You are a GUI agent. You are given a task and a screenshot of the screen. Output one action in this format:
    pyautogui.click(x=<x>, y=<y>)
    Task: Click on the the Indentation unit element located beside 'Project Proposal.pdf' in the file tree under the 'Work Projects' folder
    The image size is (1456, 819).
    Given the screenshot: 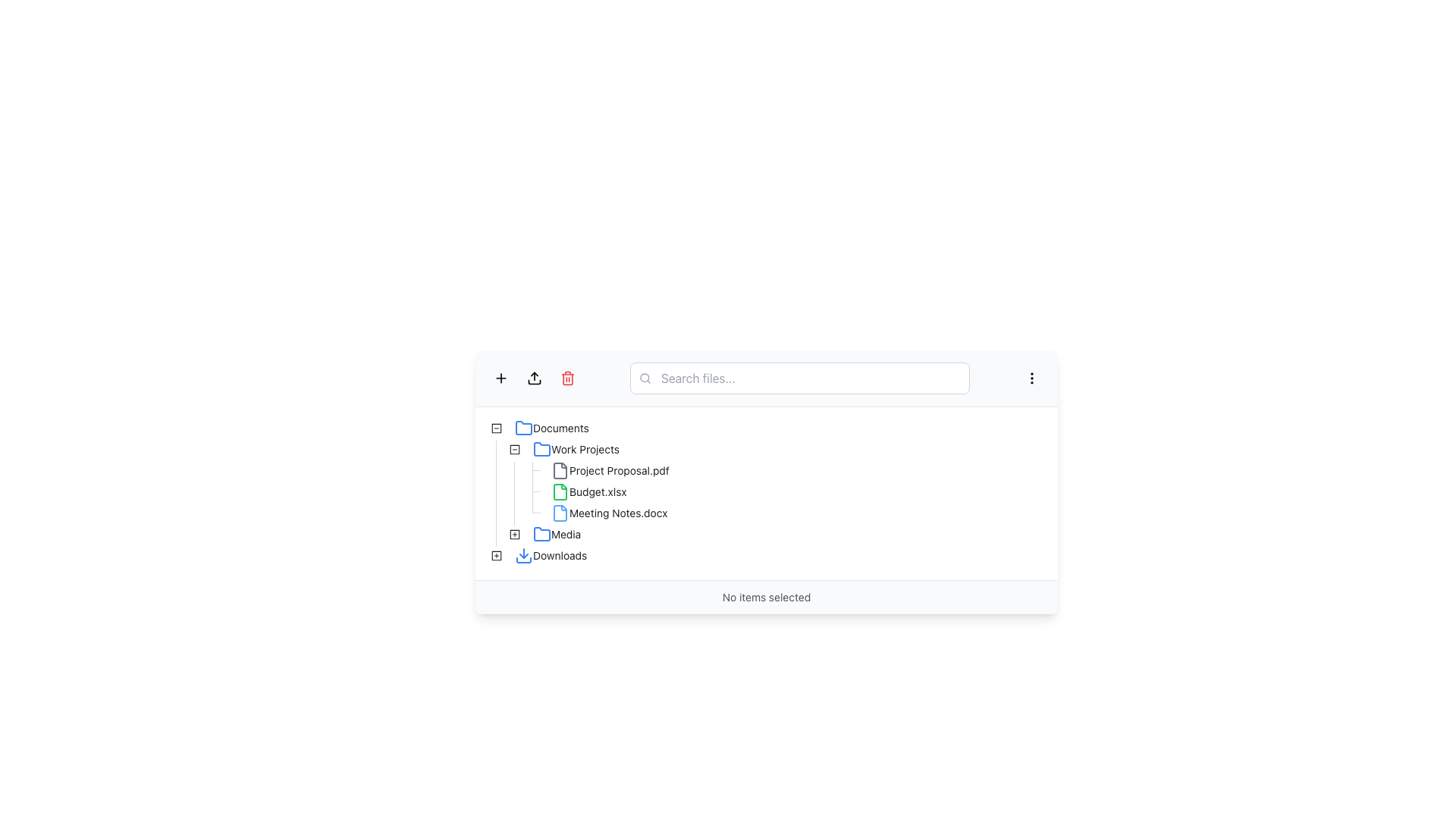 What is the action you would take?
    pyautogui.click(x=506, y=470)
    